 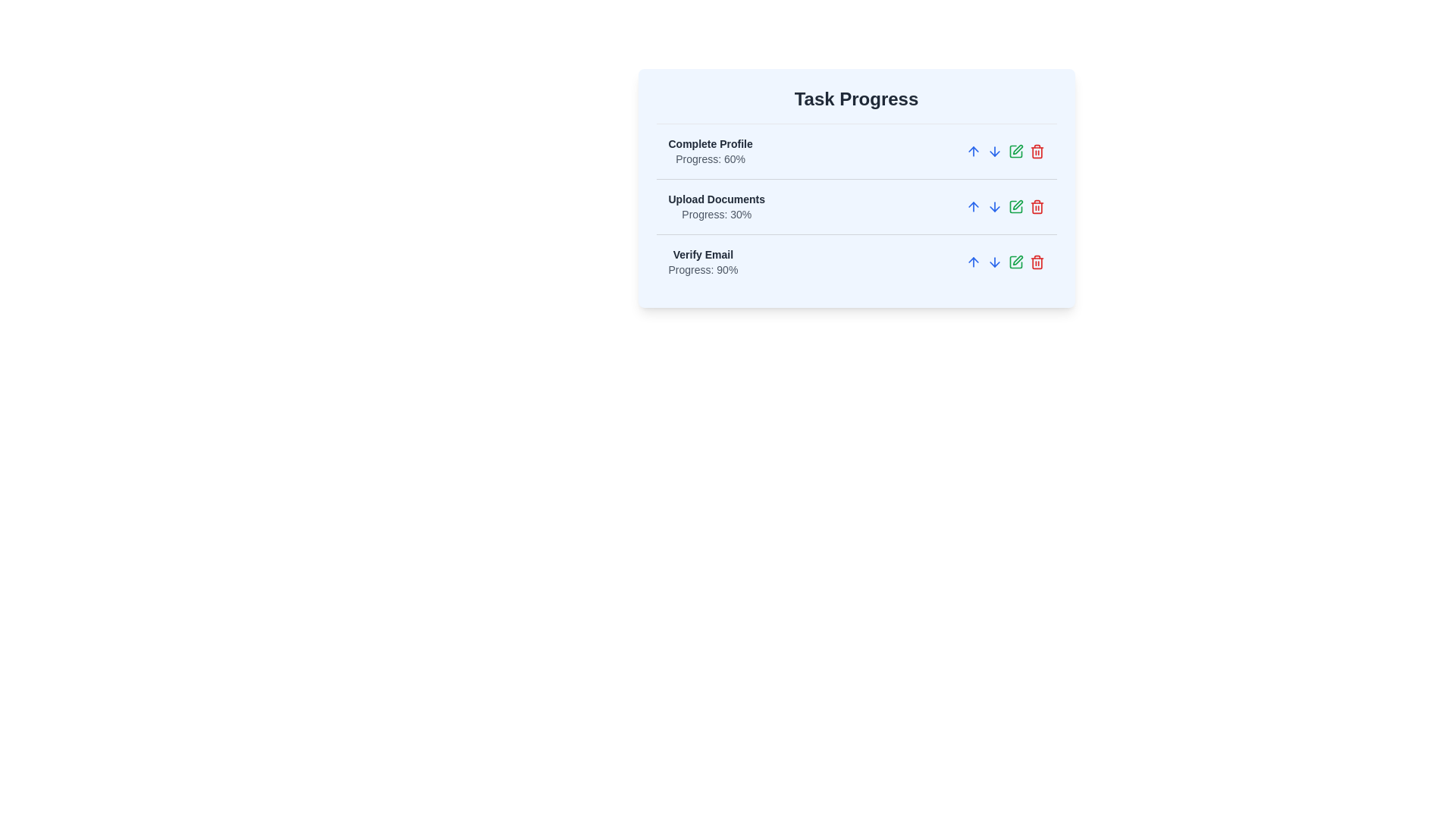 I want to click on the 'edit' button icon for the 'Verify Email' task, so click(x=1018, y=259).